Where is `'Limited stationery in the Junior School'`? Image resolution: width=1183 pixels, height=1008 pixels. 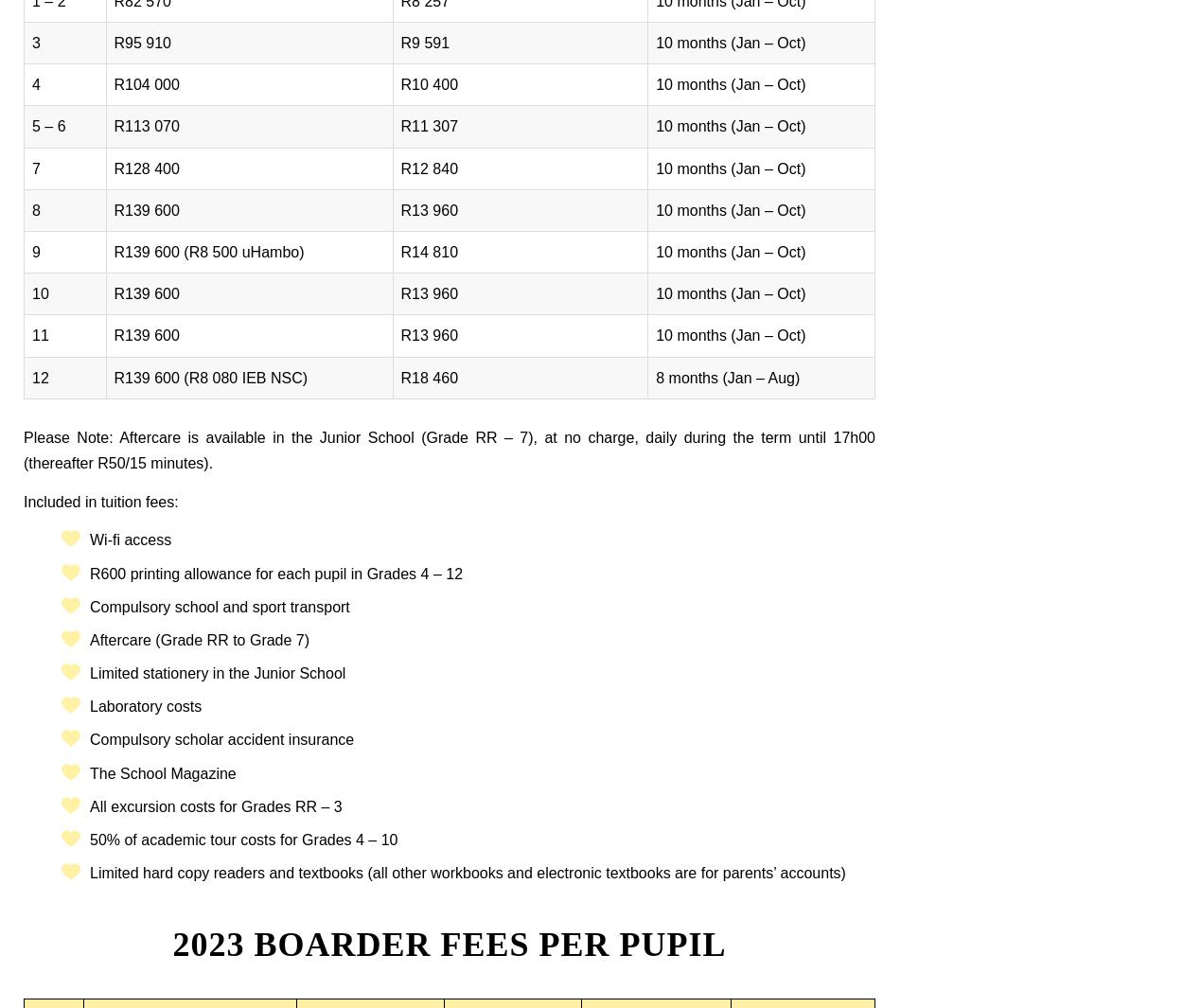
'Limited stationery in the Junior School' is located at coordinates (217, 673).